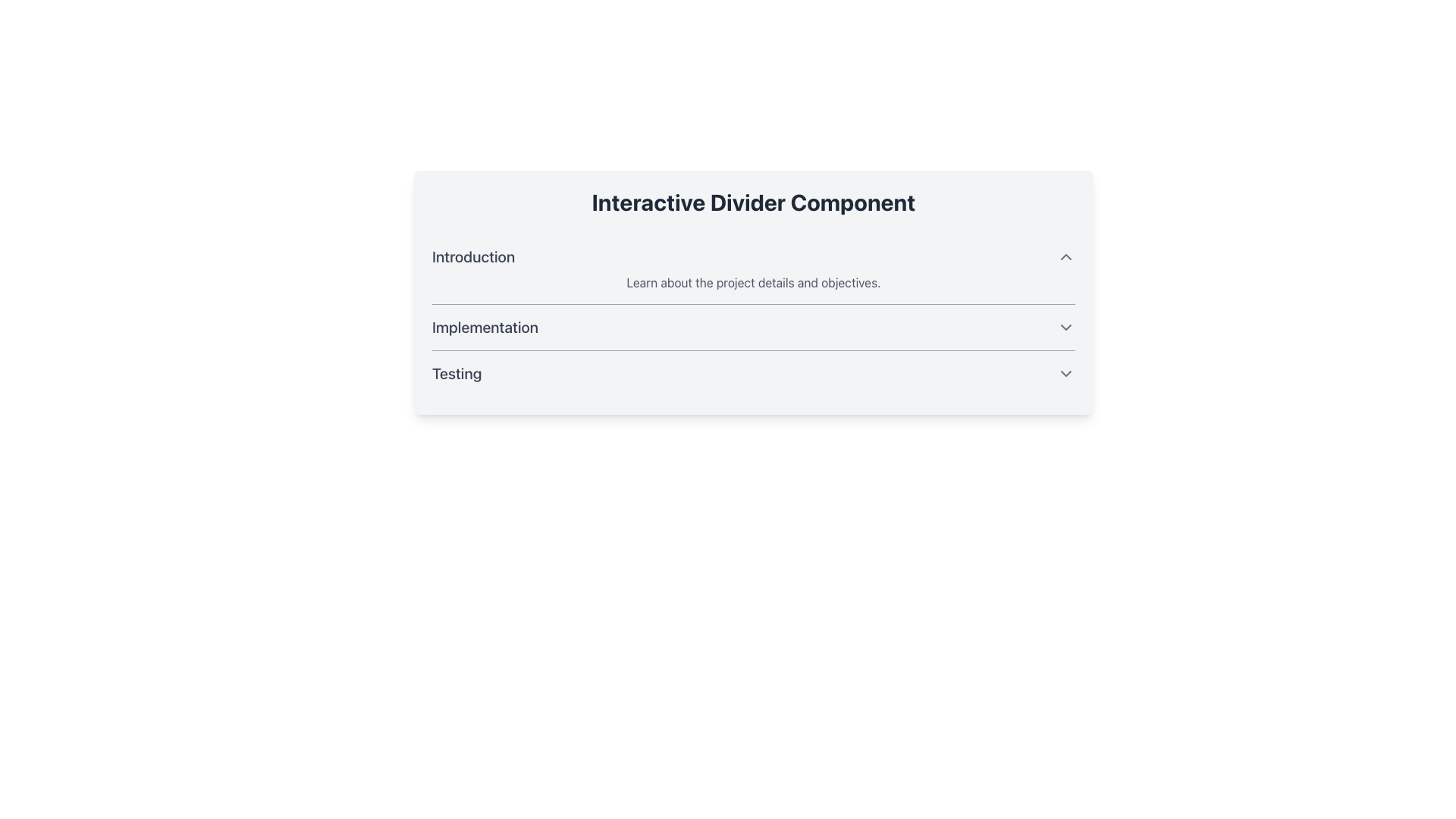  What do you see at coordinates (1065, 256) in the screenshot?
I see `the chevron arrow icon located on the far right side of the 'Introduction' section header` at bounding box center [1065, 256].